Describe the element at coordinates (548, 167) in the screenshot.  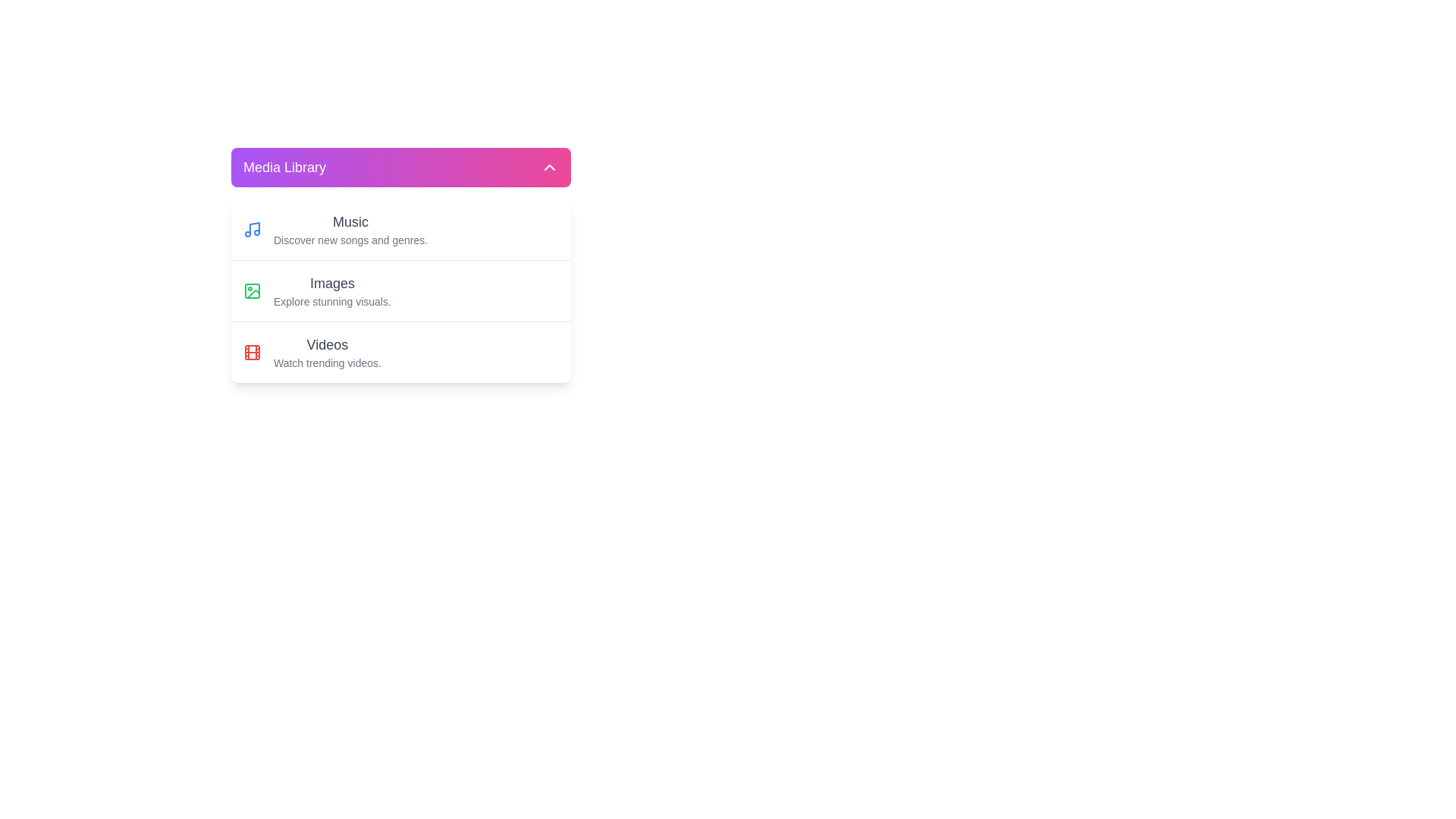
I see `the small upward-pointing chevron icon with a gradient background near the top-right corner of the 'Media Library' header bar` at that location.